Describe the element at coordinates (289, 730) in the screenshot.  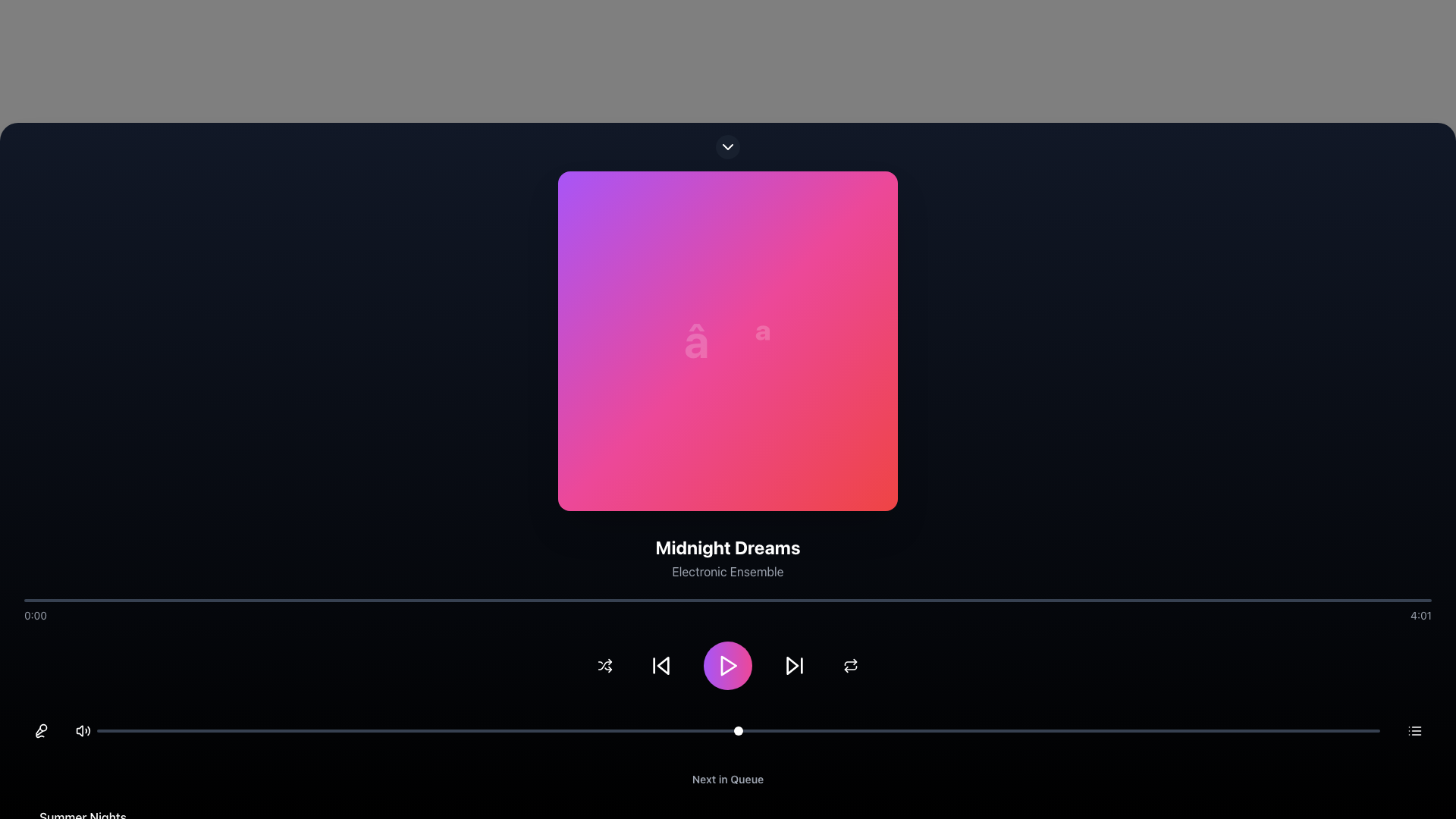
I see `the timeline position` at that location.